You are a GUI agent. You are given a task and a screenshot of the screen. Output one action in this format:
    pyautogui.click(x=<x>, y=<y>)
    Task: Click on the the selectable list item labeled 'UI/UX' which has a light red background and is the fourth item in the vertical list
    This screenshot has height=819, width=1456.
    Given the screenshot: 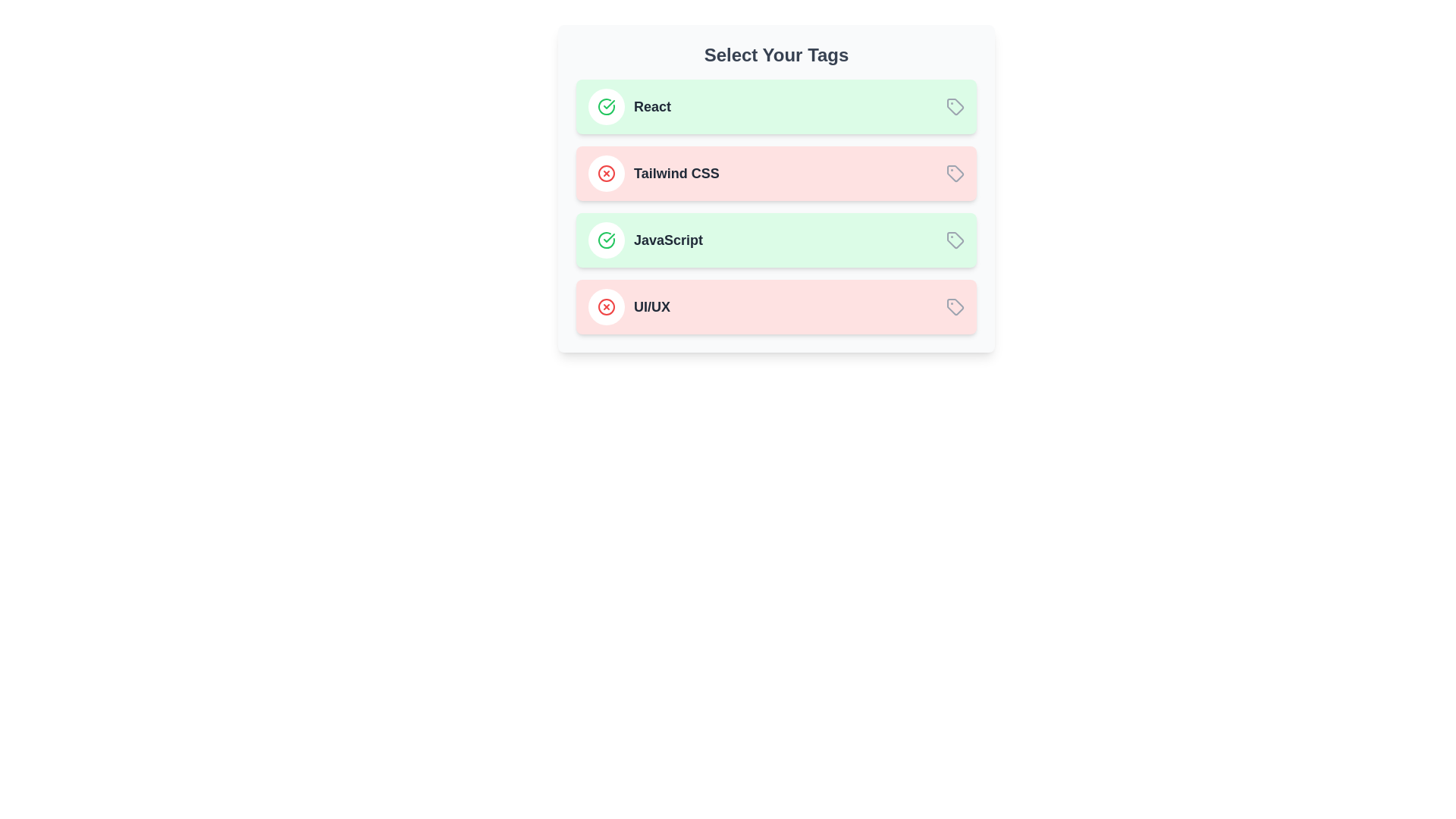 What is the action you would take?
    pyautogui.click(x=776, y=307)
    